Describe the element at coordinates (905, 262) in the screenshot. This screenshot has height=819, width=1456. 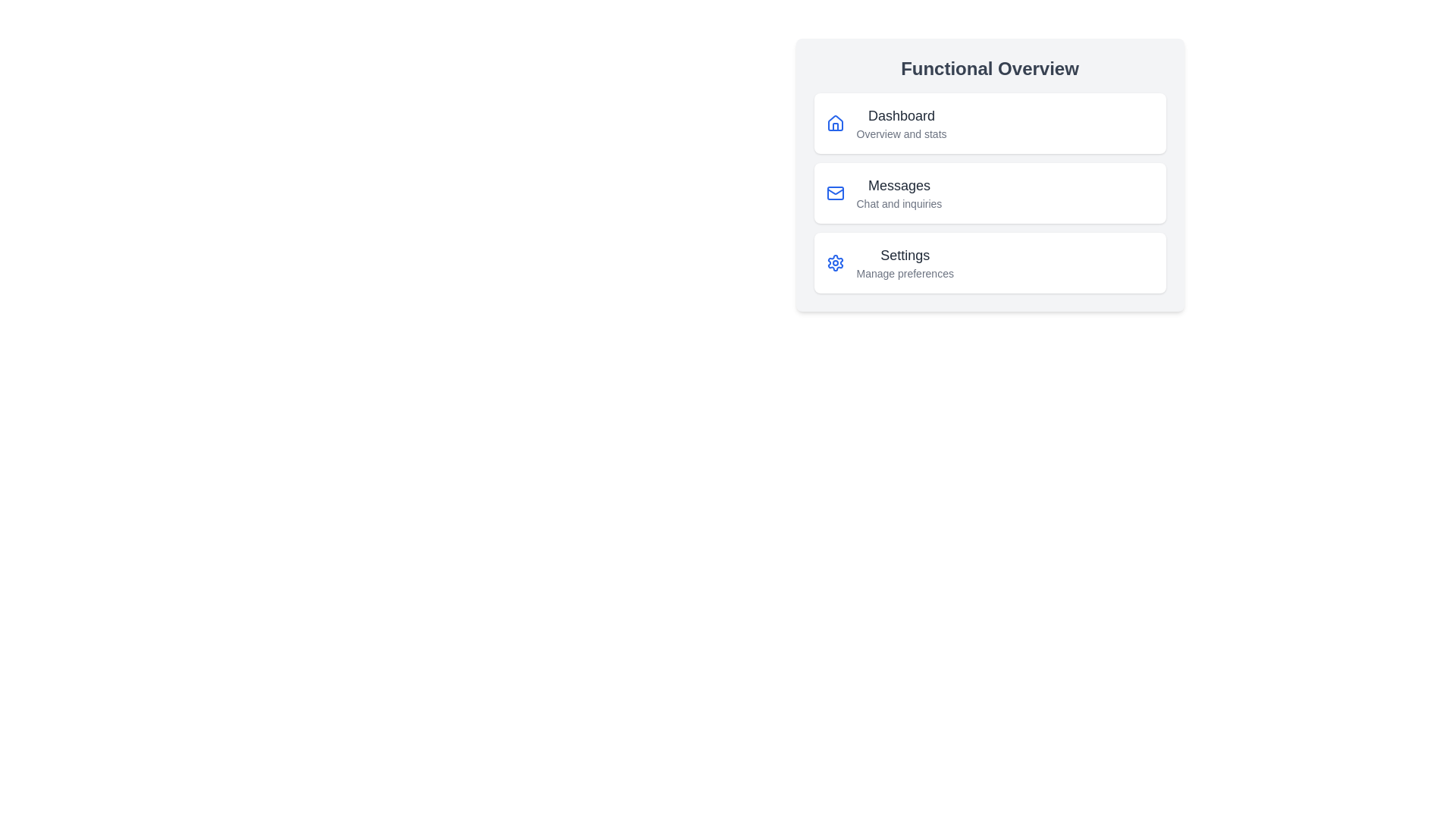
I see `the text block with the title 'Settings' and subtitle 'Manage preferences' in the third card of the 'Functional Overview' section` at that location.